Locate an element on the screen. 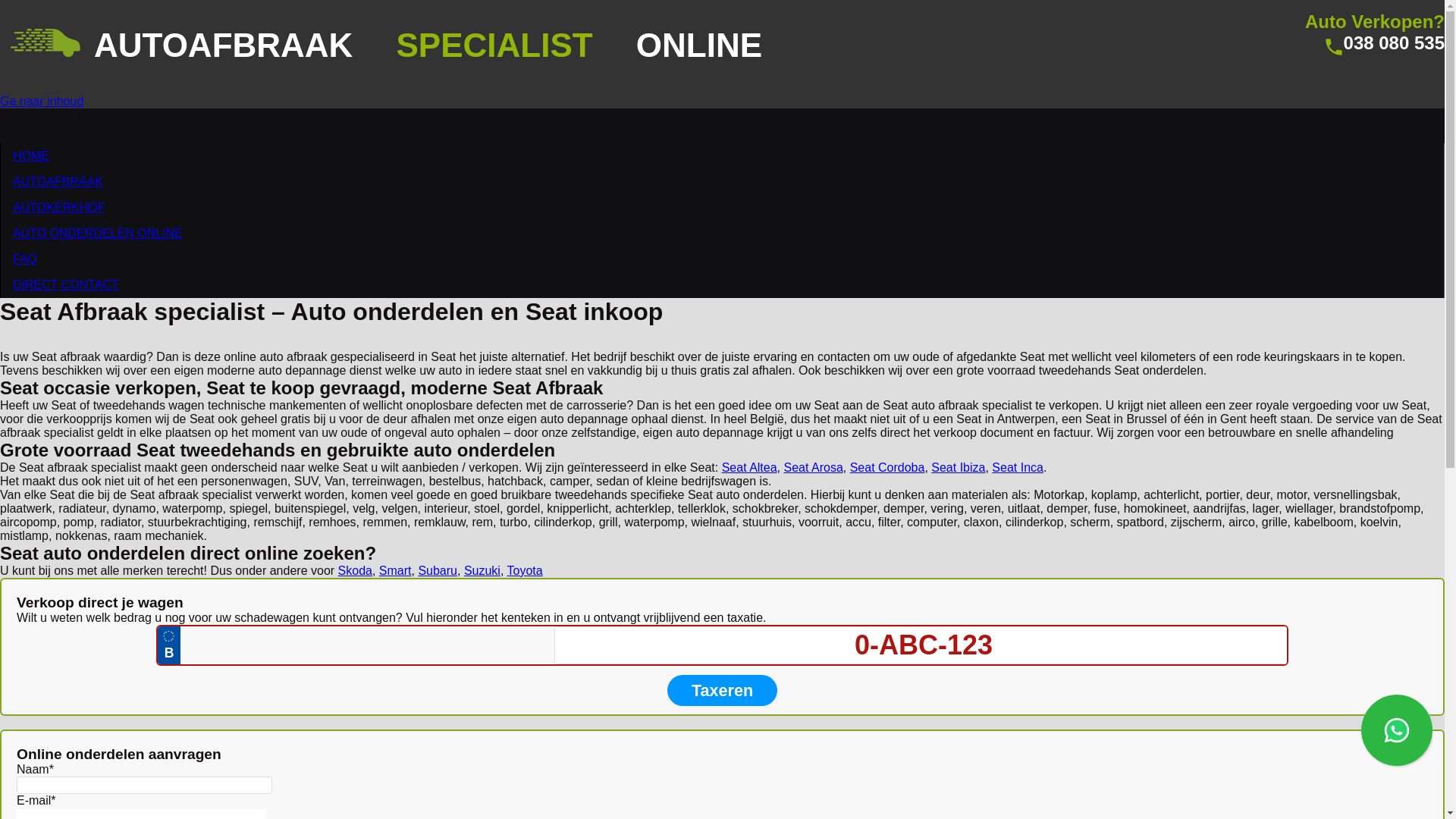 Image resolution: width=1456 pixels, height=819 pixels. 'Skoda' is located at coordinates (337, 570).